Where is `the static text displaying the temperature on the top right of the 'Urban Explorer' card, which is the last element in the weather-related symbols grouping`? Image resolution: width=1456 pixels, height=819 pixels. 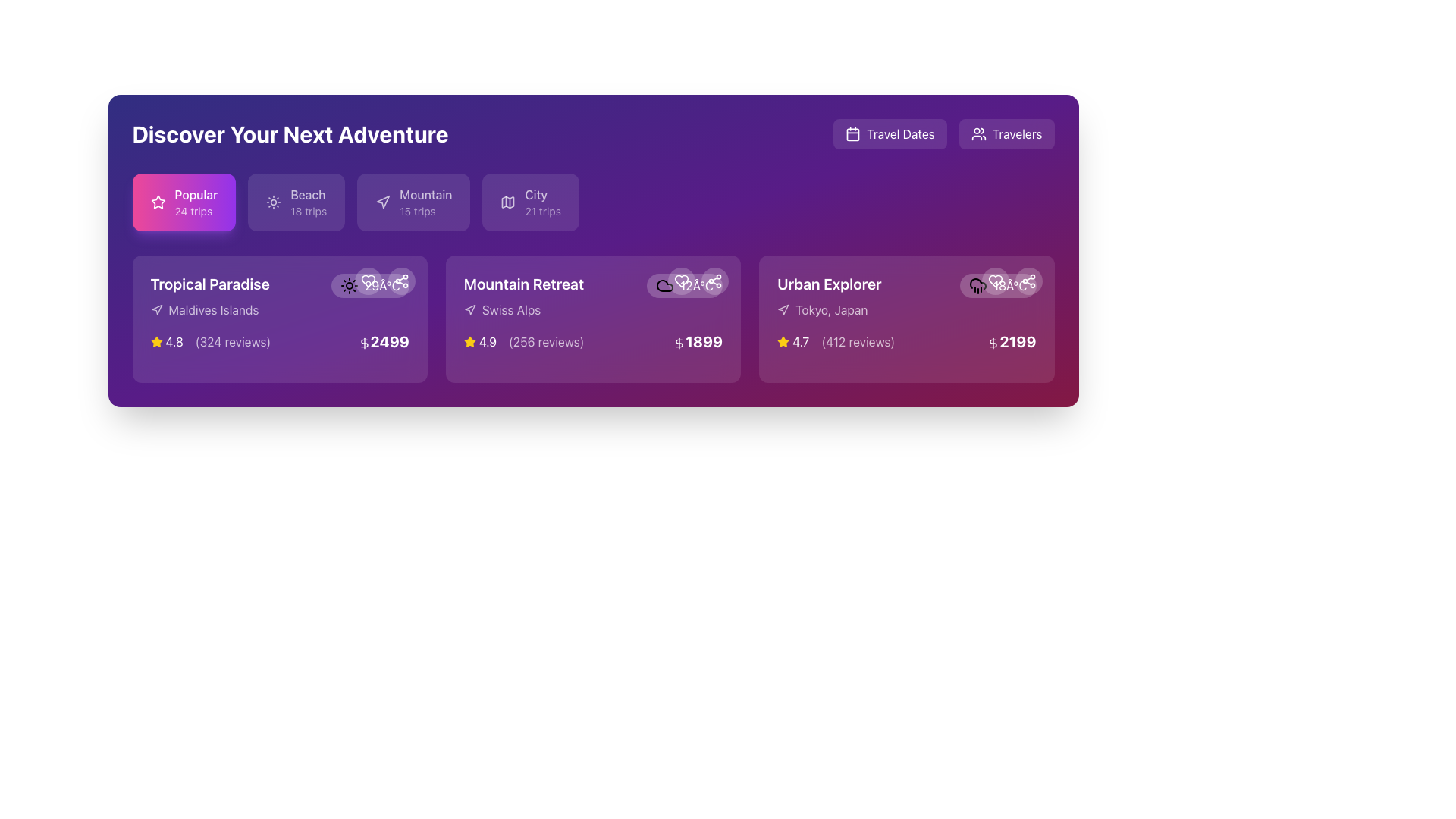
the static text displaying the temperature on the top right of the 'Urban Explorer' card, which is the last element in the weather-related symbols grouping is located at coordinates (1010, 286).